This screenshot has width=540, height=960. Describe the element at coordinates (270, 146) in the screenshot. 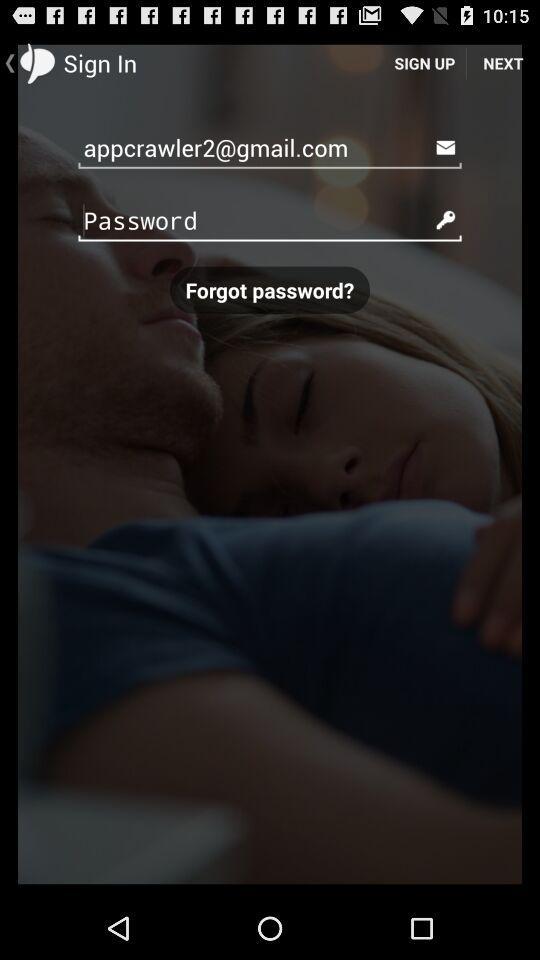

I see `the appcrawler2@gmail.com icon` at that location.